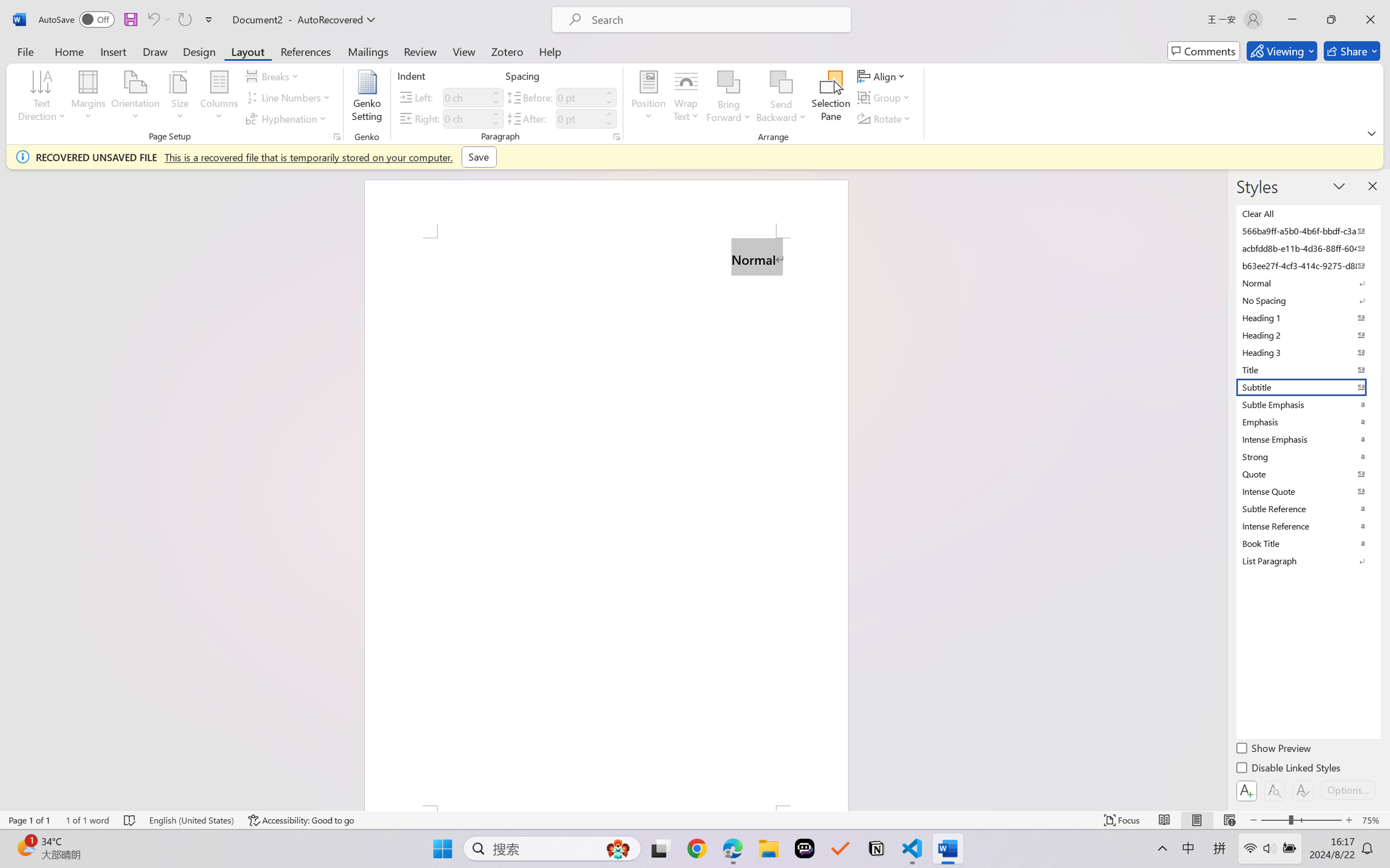  What do you see at coordinates (885, 98) in the screenshot?
I see `'Group'` at bounding box center [885, 98].